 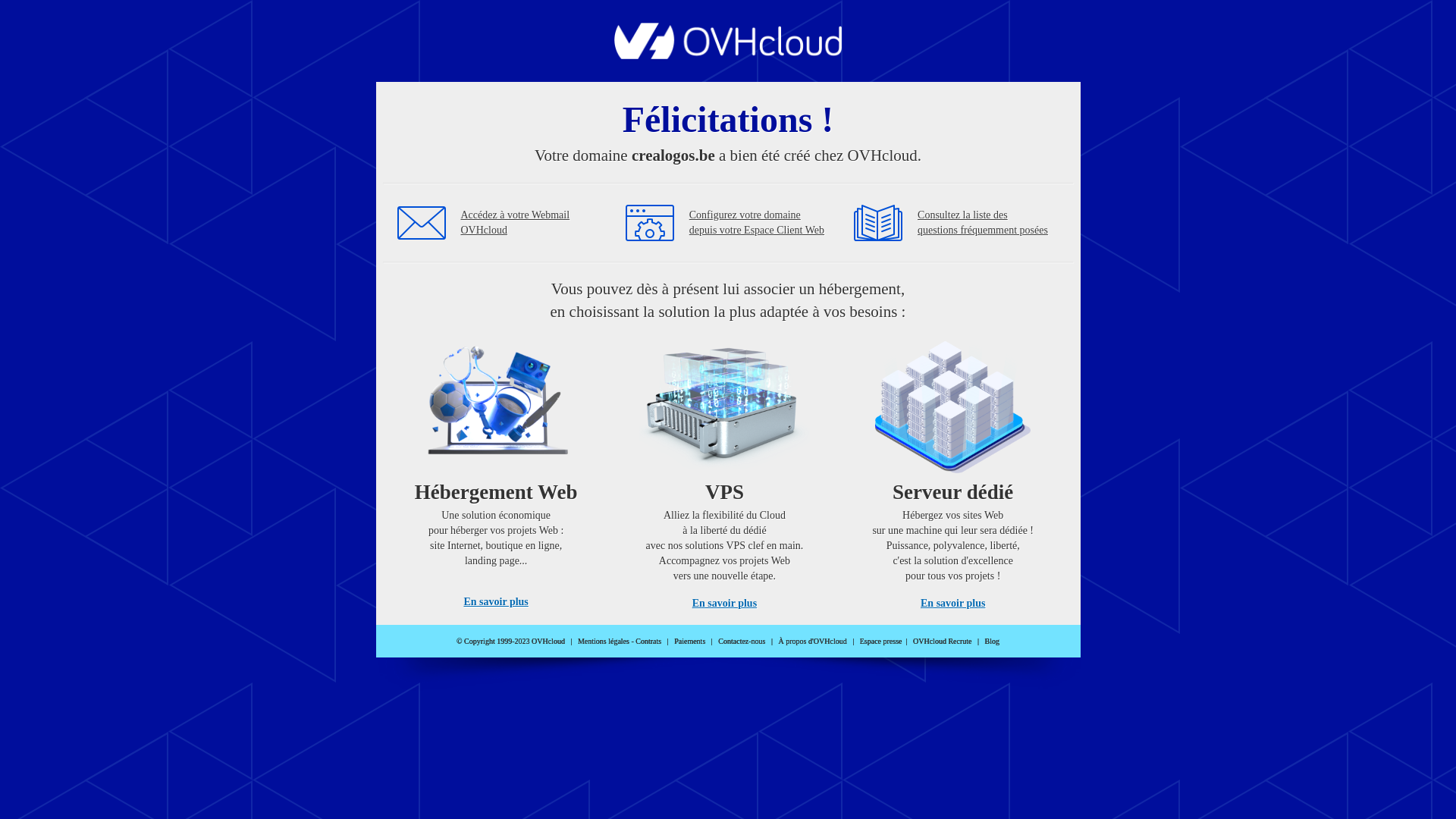 What do you see at coordinates (691, 602) in the screenshot?
I see `'En savoir plus'` at bounding box center [691, 602].